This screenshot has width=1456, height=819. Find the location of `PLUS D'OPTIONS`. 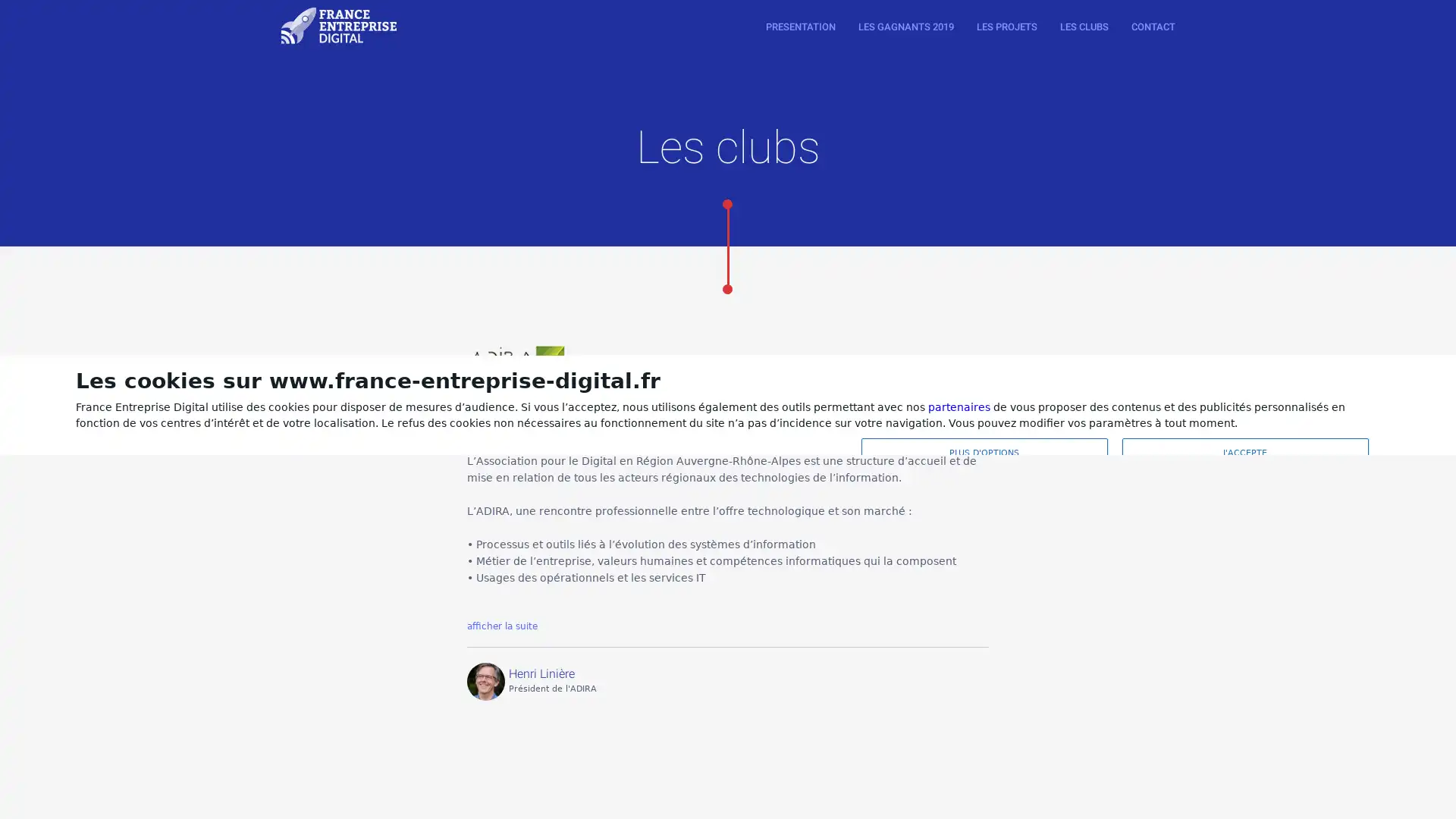

PLUS D'OPTIONS is located at coordinates (983, 450).